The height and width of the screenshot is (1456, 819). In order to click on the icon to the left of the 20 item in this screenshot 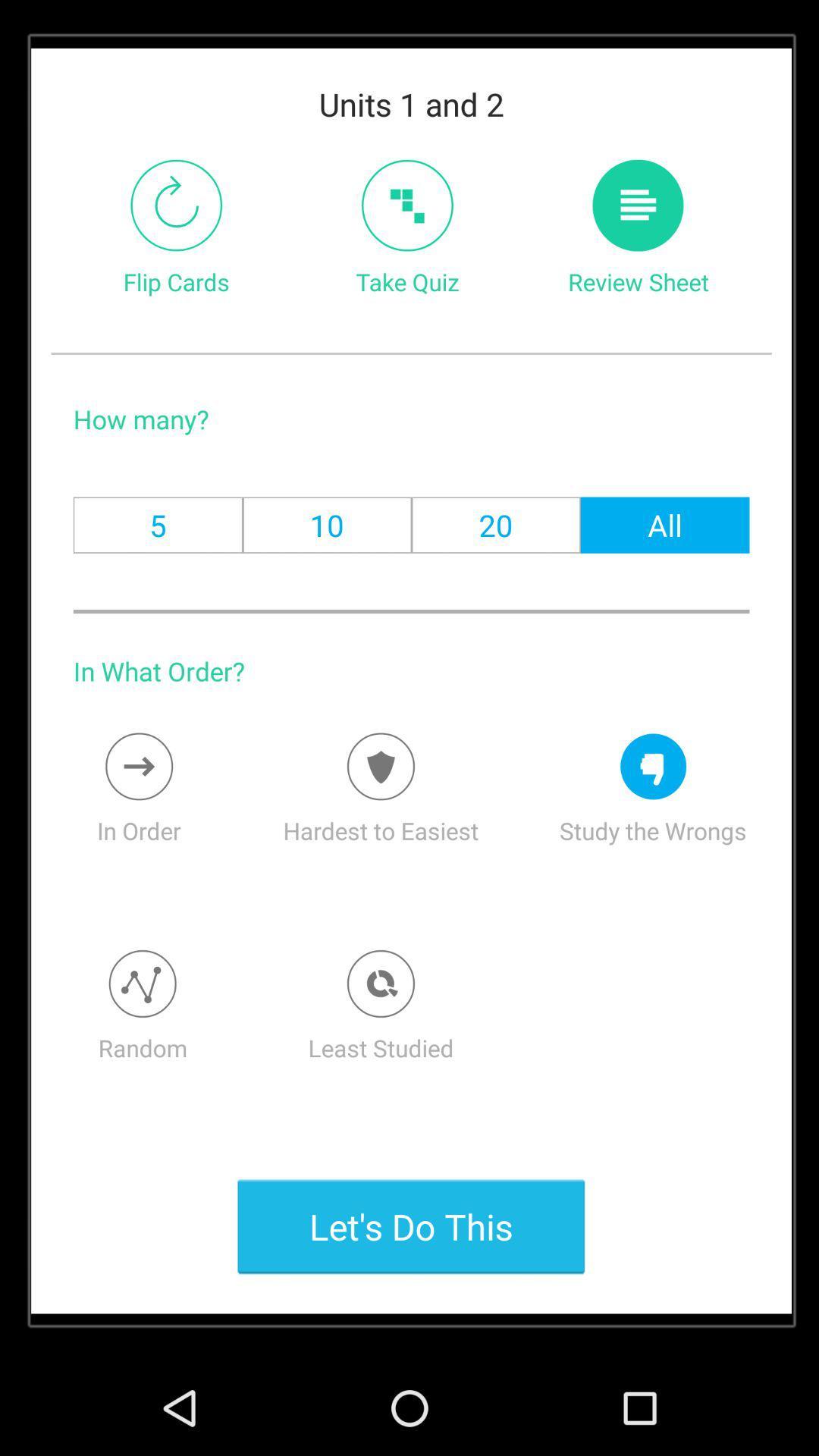, I will do `click(326, 525)`.